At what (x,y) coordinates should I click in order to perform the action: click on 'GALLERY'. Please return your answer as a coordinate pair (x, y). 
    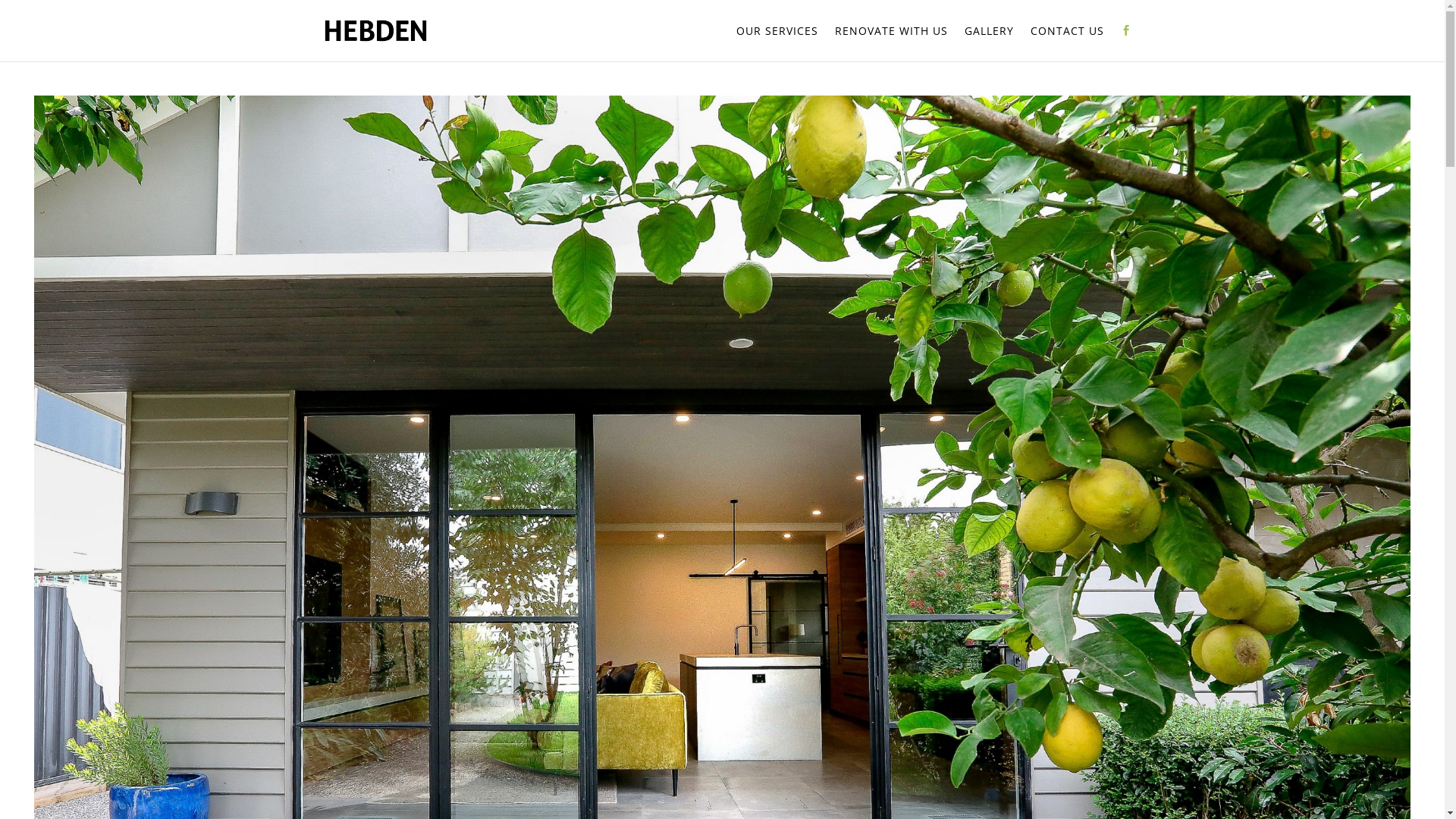
    Looking at the image, I should click on (989, 42).